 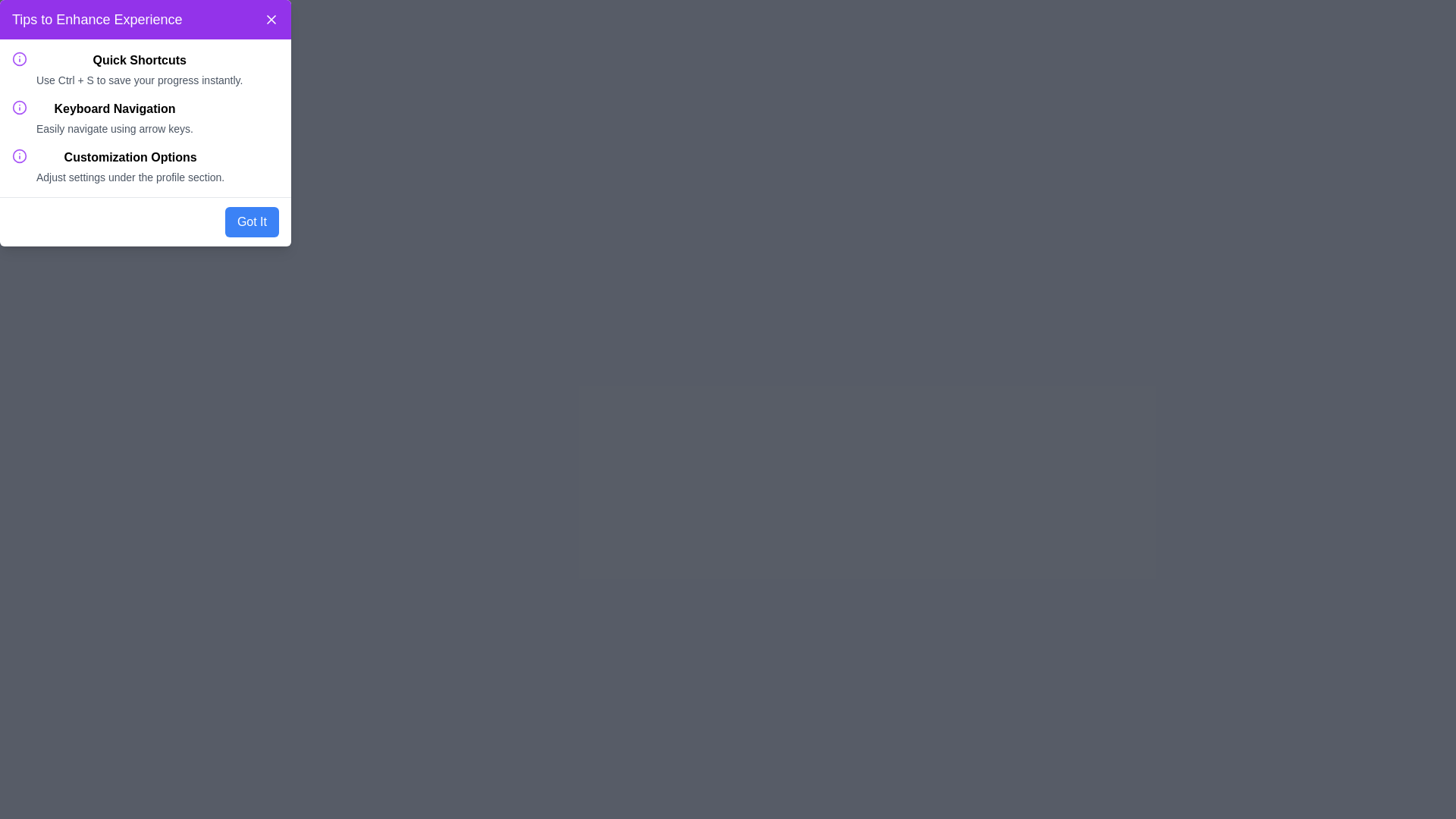 I want to click on the text label that reads 'Keyboard Navigation', which is a bold heading positioned above the description 'Easily navigate using arrow keys' within the purple modal titled 'Tips to Enhance Experience', so click(x=114, y=108).